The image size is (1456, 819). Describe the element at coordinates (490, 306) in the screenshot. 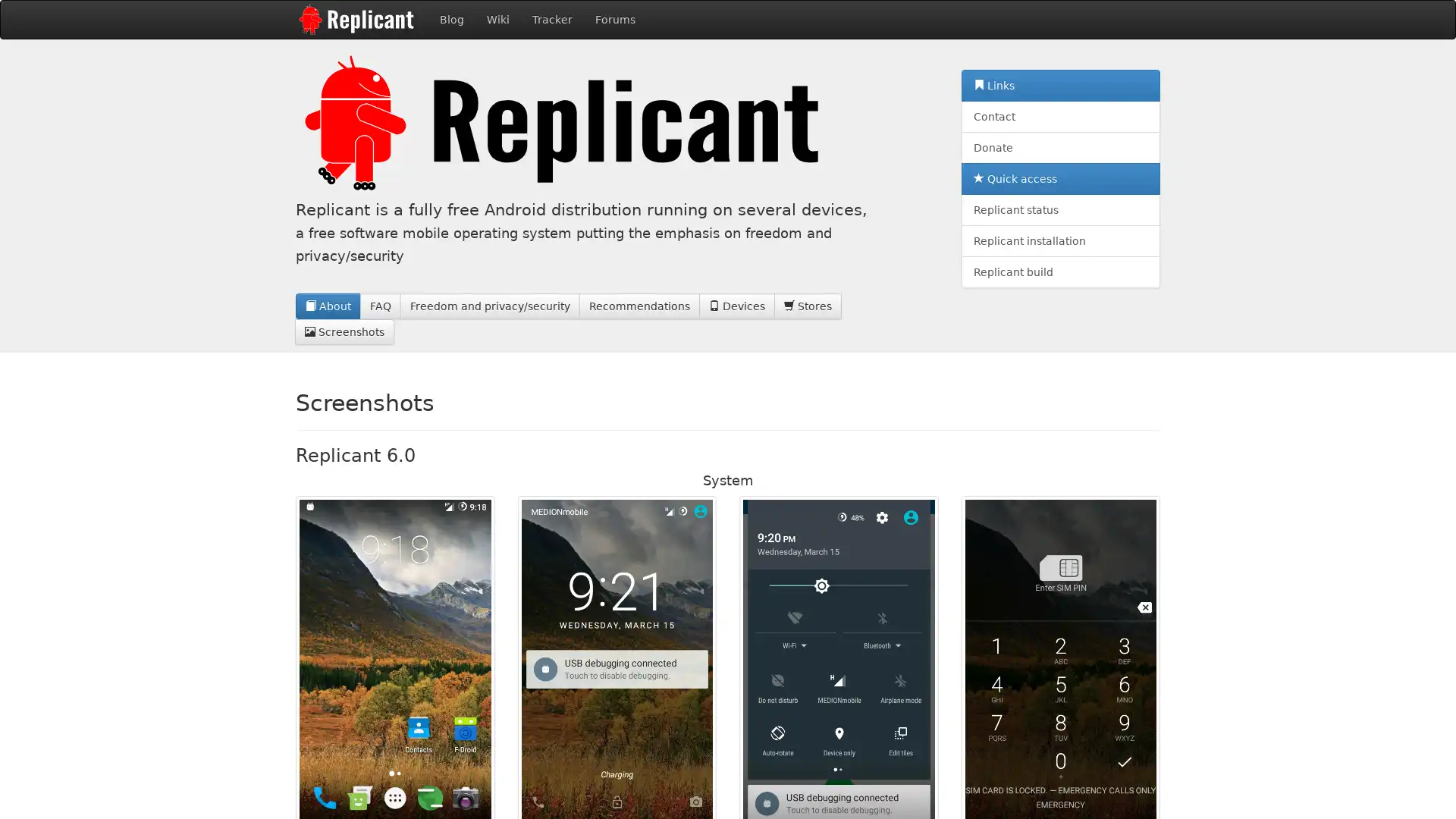

I see `Freedom and privacy/security` at that location.